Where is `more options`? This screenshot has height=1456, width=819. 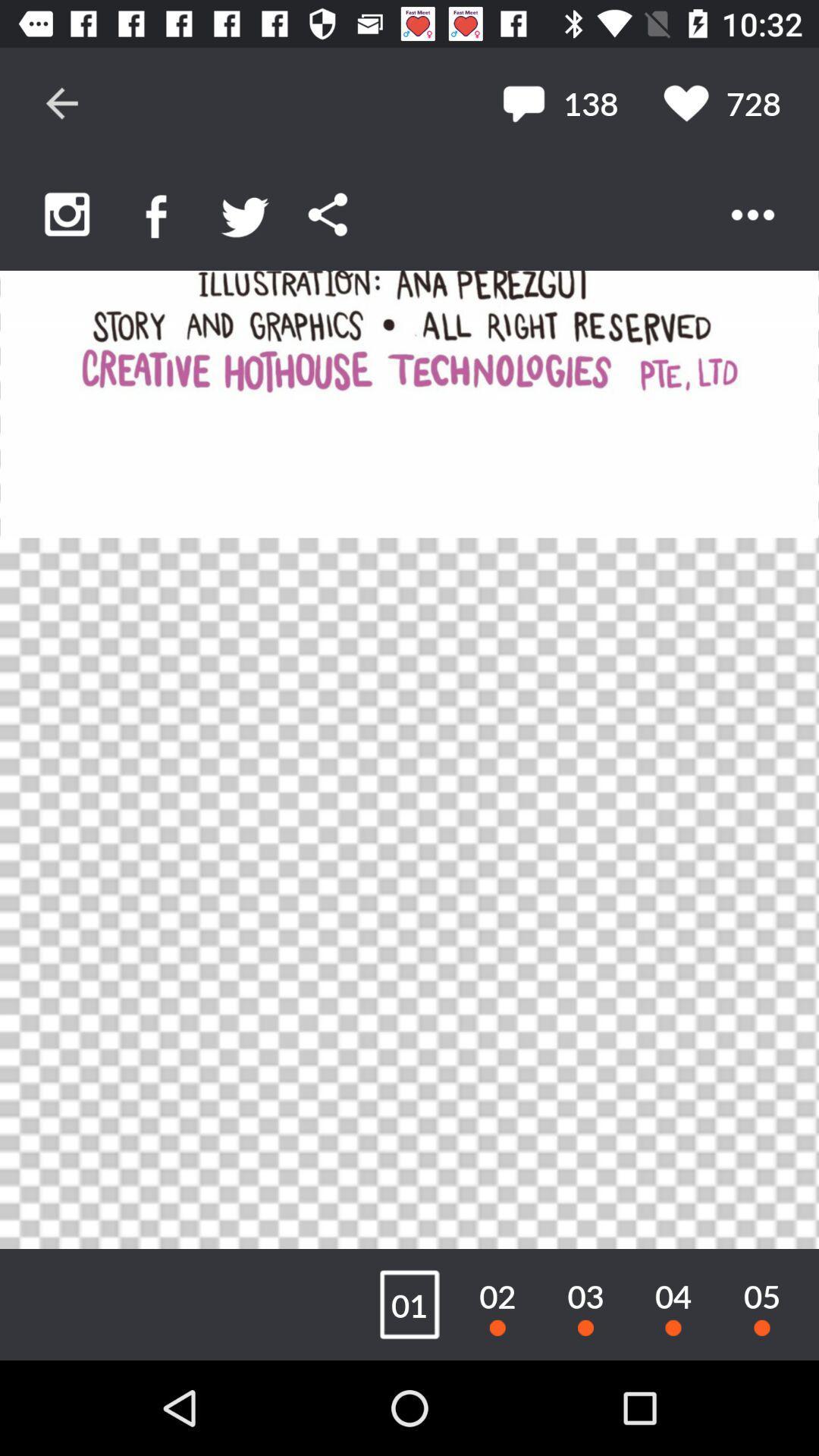 more options is located at coordinates (752, 214).